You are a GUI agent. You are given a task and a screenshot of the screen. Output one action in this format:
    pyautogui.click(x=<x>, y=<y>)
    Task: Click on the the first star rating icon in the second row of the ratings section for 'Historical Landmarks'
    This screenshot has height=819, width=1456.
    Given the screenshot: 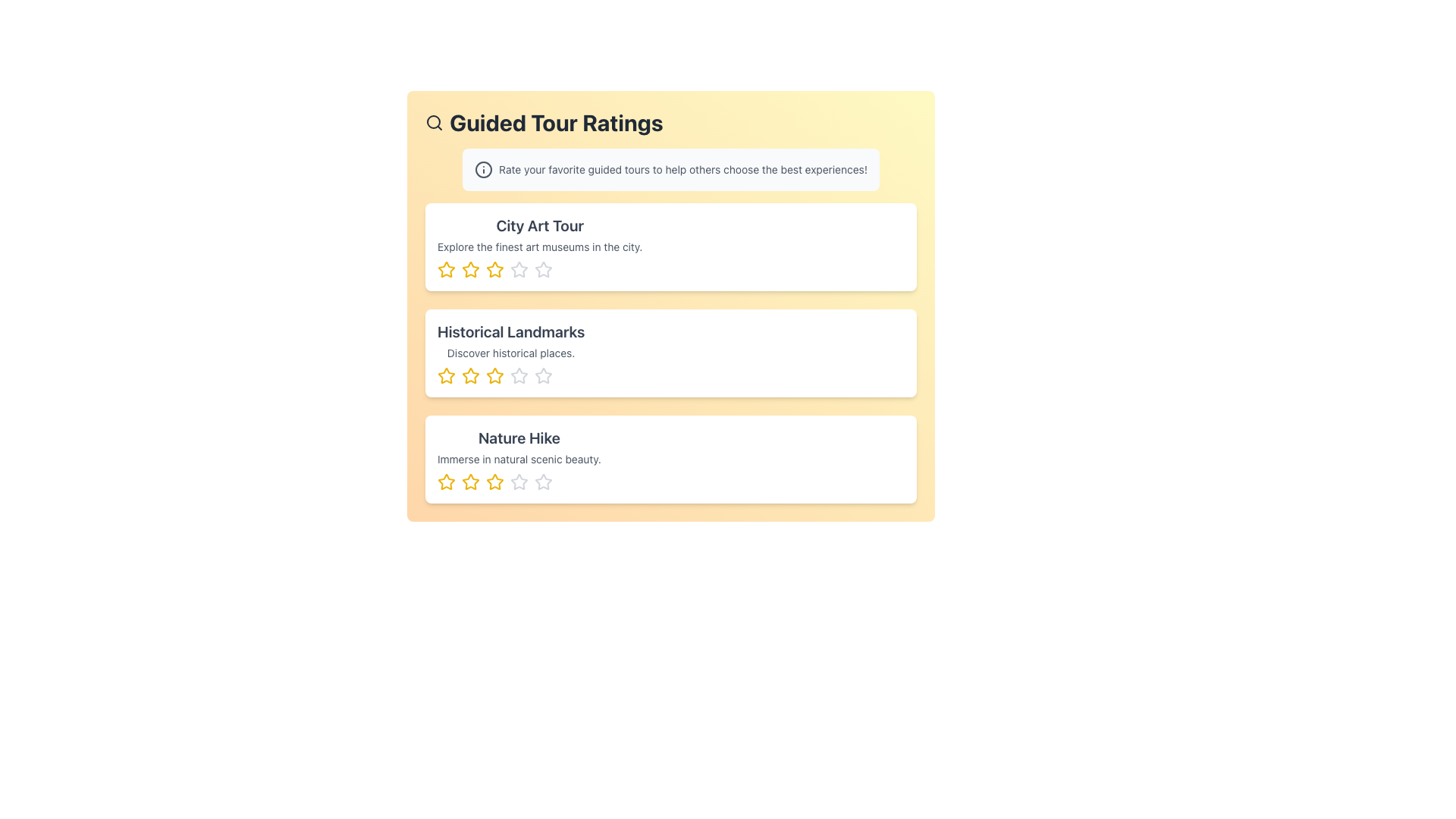 What is the action you would take?
    pyautogui.click(x=446, y=375)
    